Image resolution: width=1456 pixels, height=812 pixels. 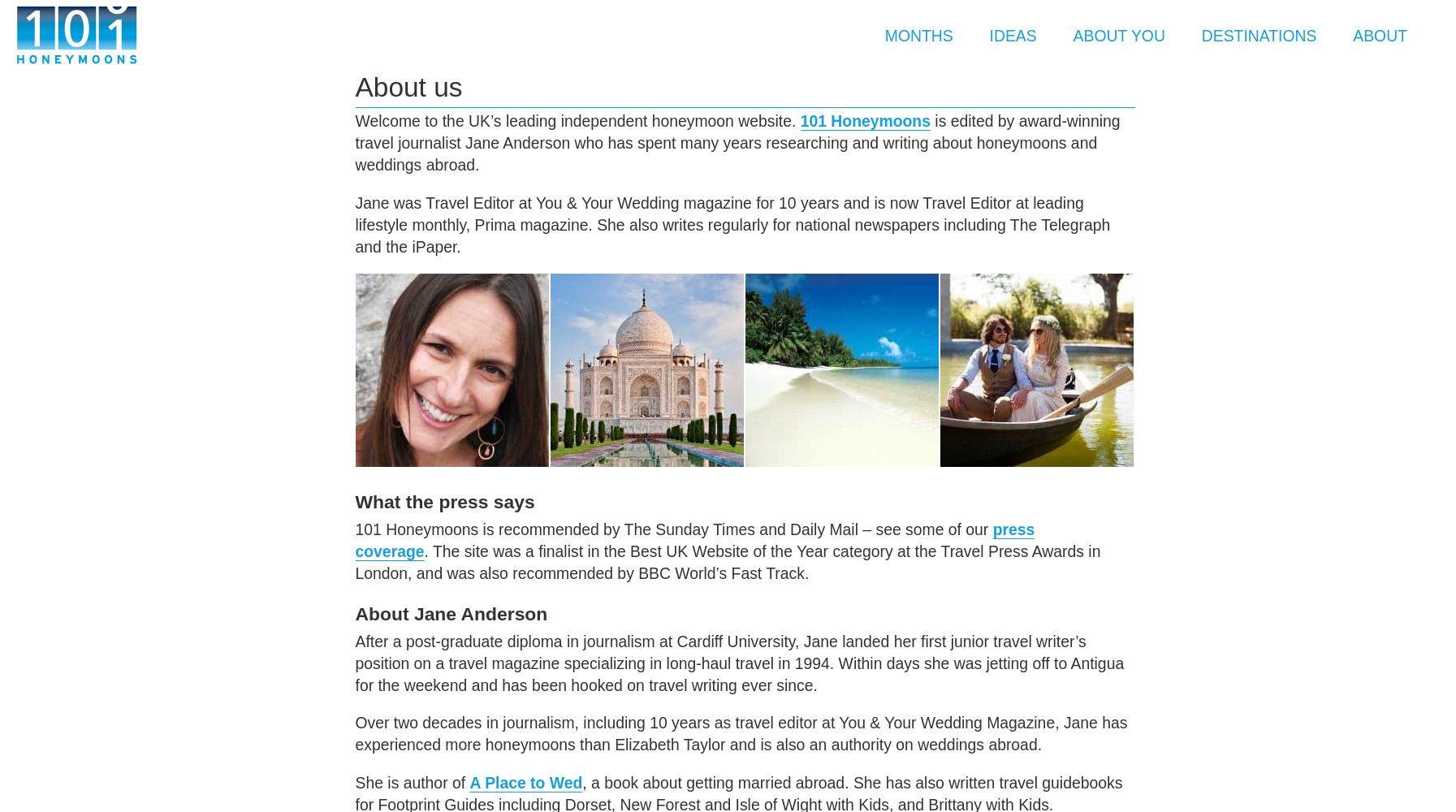 I want to click on 'Welcome to the UK’s leading independent honeymoon website.', so click(x=576, y=121).